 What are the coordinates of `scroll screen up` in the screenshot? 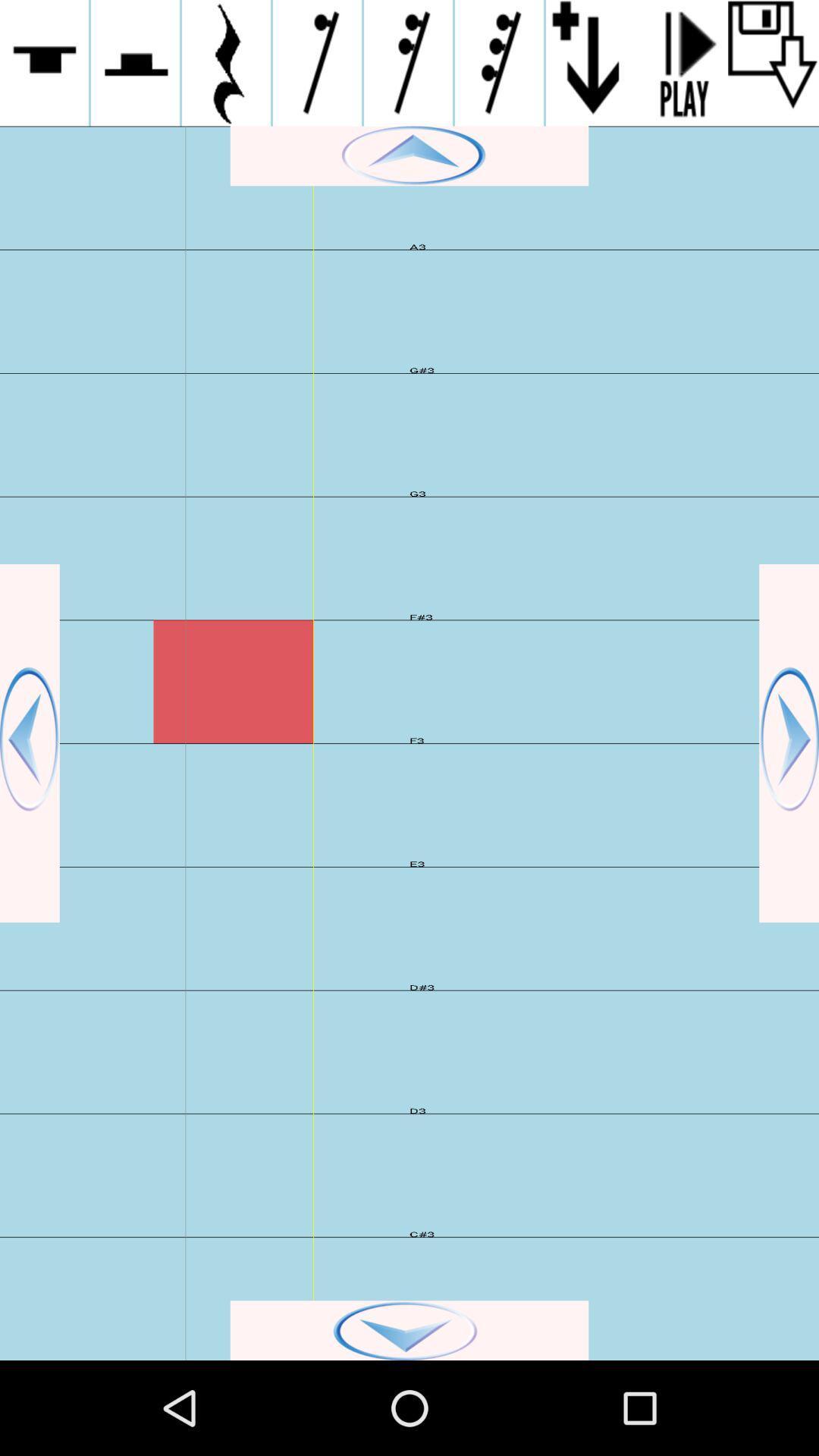 It's located at (409, 155).